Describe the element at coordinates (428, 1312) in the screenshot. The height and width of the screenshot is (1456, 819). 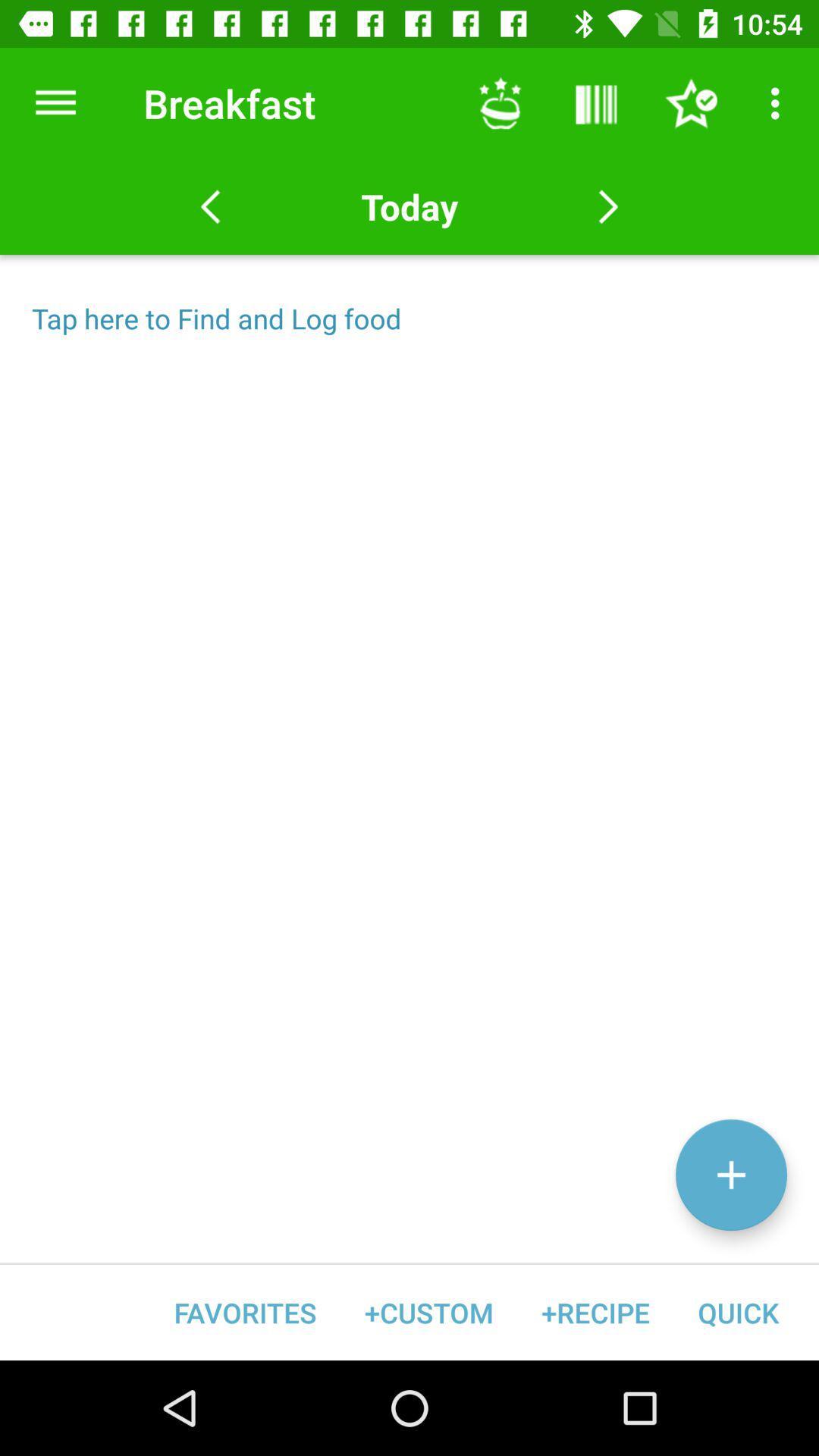
I see `the icon next to +recipe` at that location.